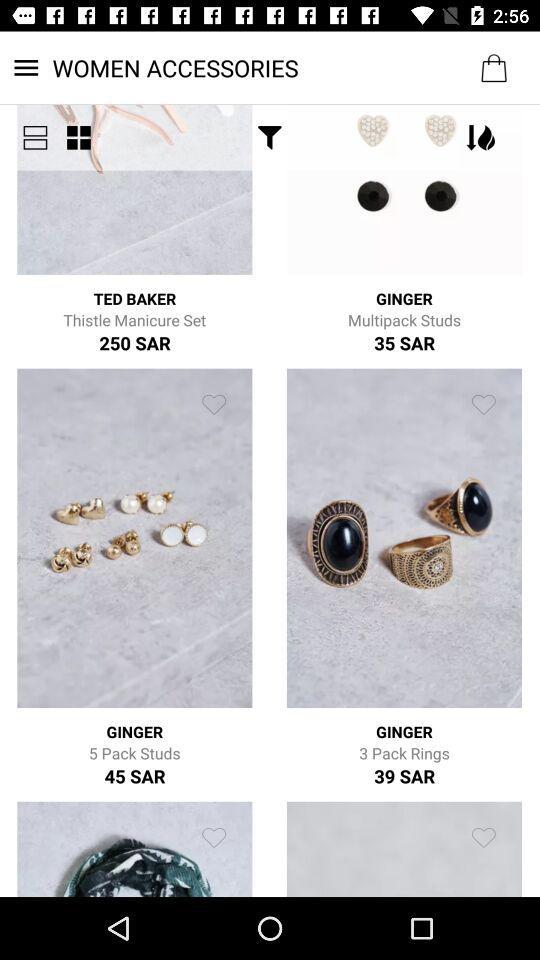 The width and height of the screenshot is (540, 960). What do you see at coordinates (35, 136) in the screenshot?
I see `item below women accessories icon` at bounding box center [35, 136].